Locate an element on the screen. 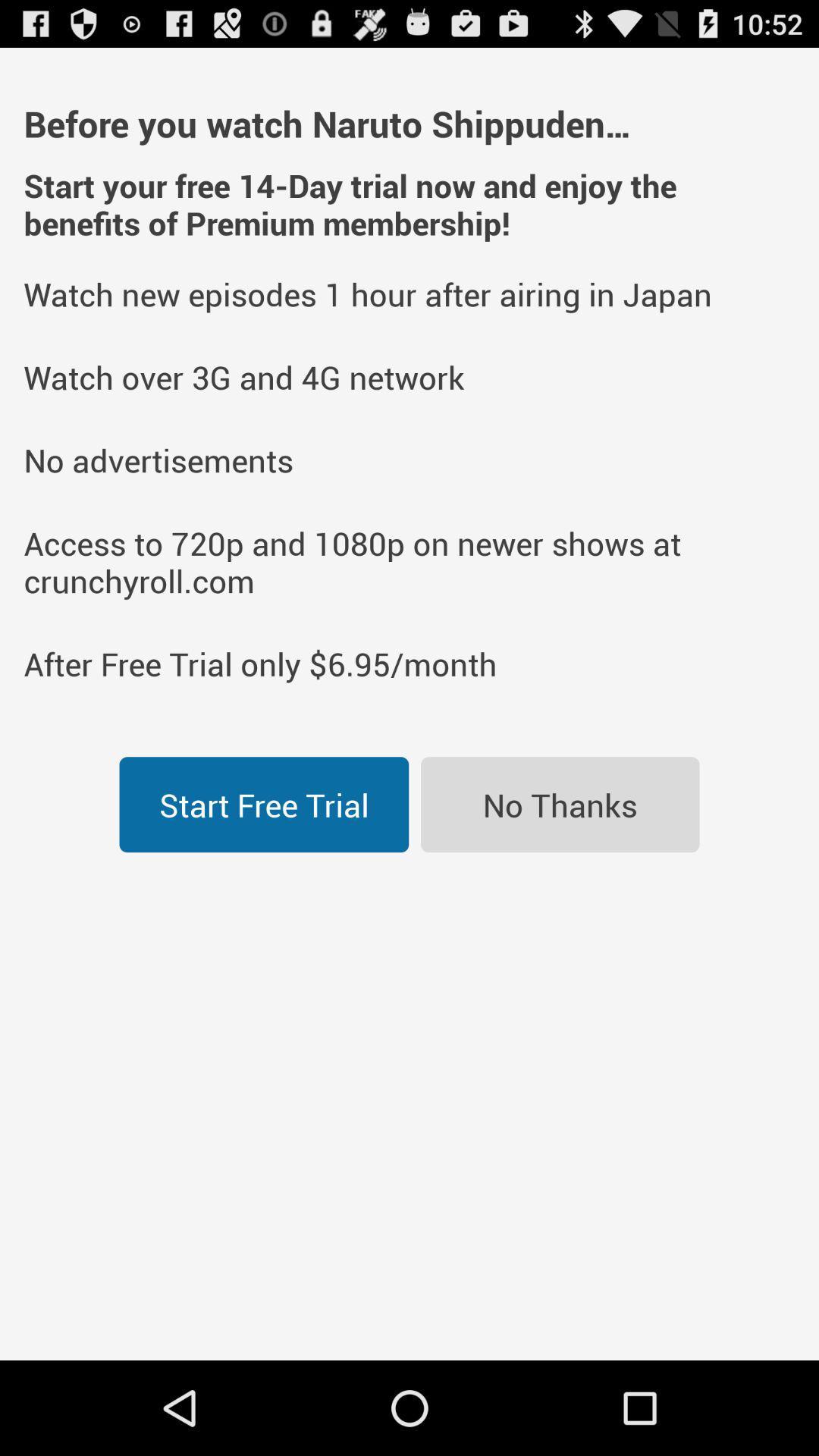 This screenshot has width=819, height=1456. the icon next to the start free trial icon is located at coordinates (560, 804).